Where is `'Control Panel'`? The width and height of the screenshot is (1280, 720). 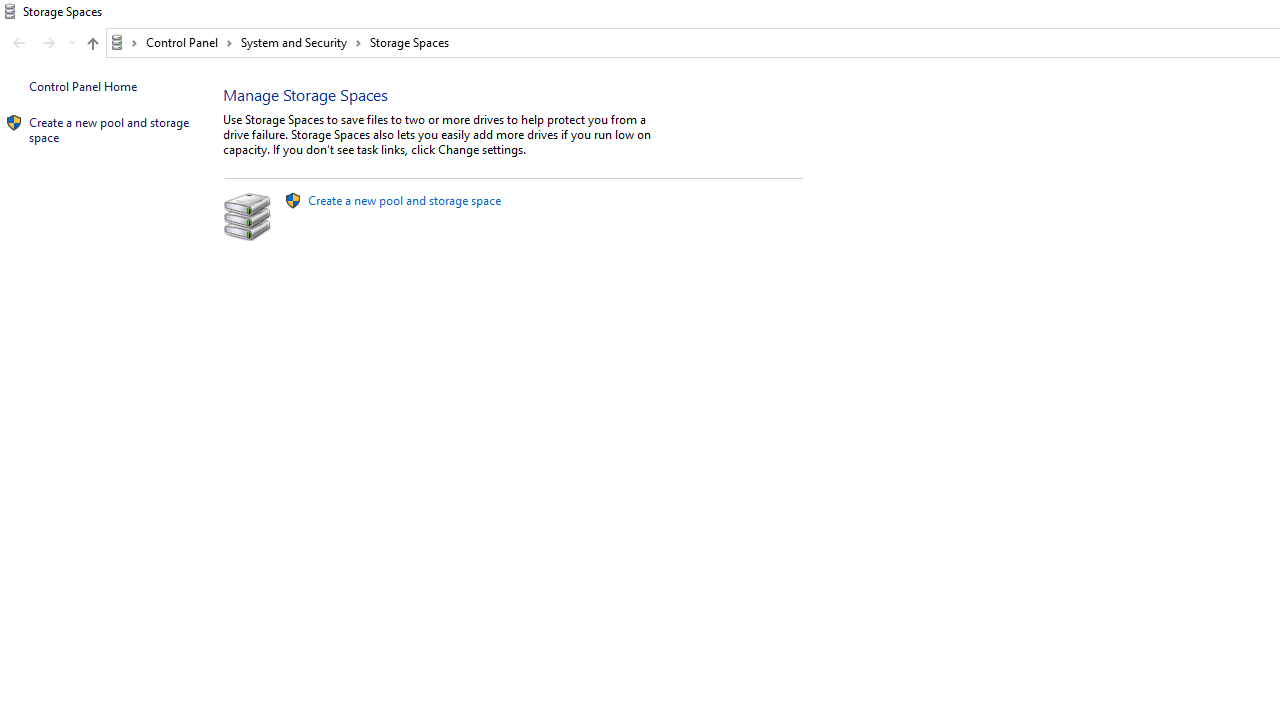 'Control Panel' is located at coordinates (189, 42).